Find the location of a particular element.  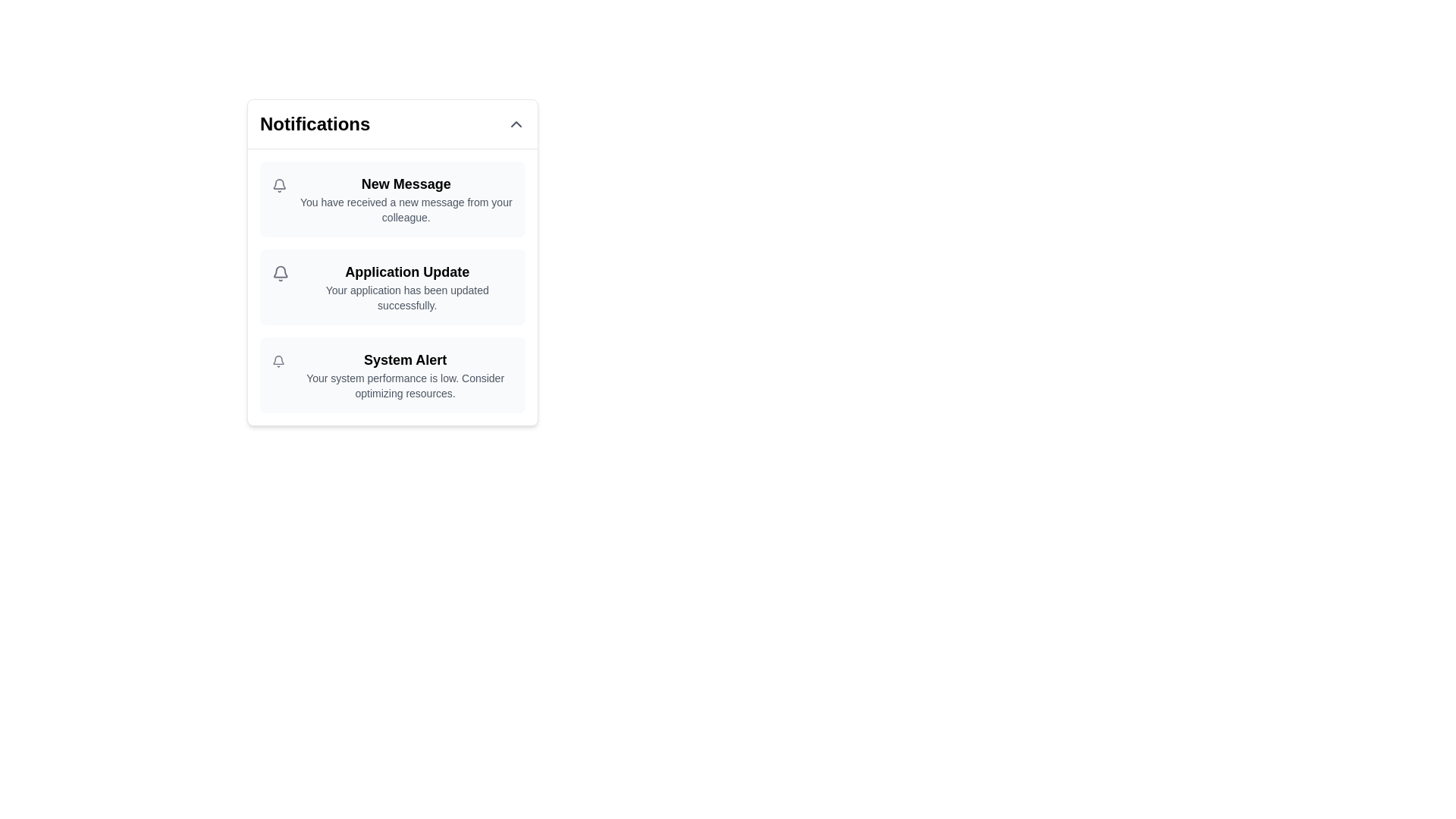

the arrow icon button located at the top-right of the 'Notifications' panel is located at coordinates (516, 124).